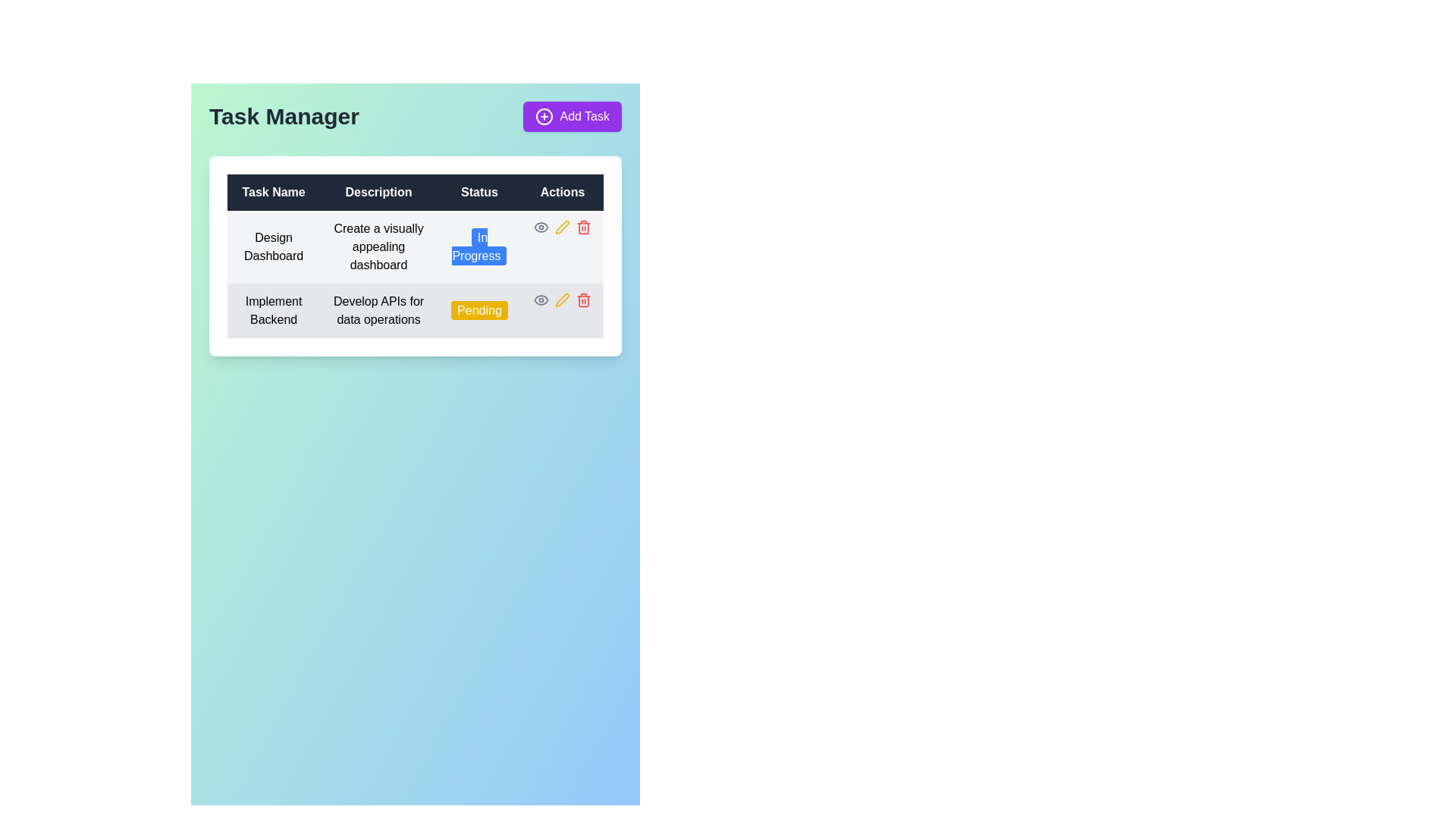 This screenshot has height=819, width=1456. Describe the element at coordinates (479, 309) in the screenshot. I see `the 'Pending' status indicator badge located in the 'Status' column of the 'Implement Backend' row in the task management table, positioned between the 'Description' and 'Actions' columns` at that location.